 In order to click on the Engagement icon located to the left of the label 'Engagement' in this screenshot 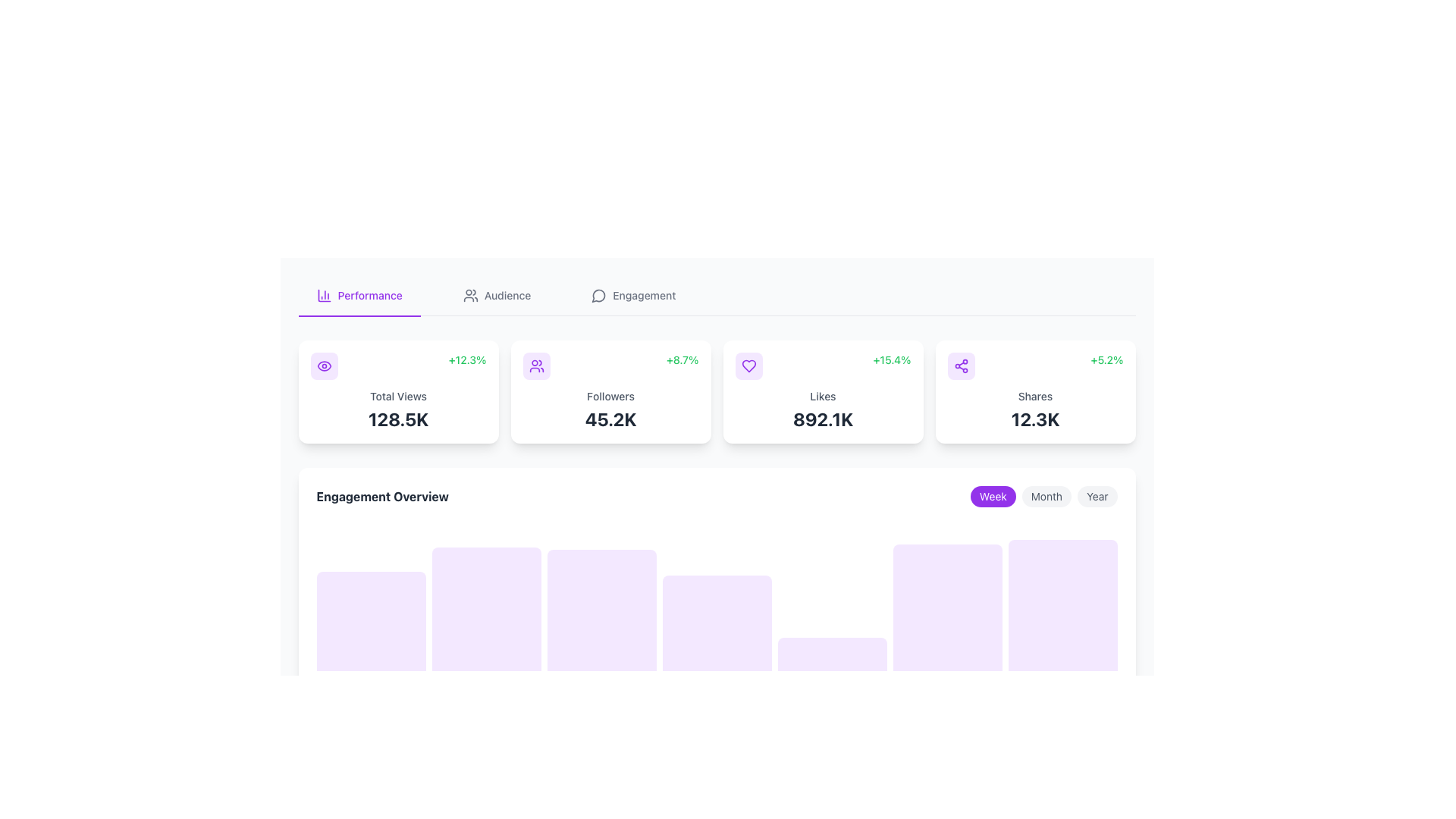, I will do `click(598, 295)`.